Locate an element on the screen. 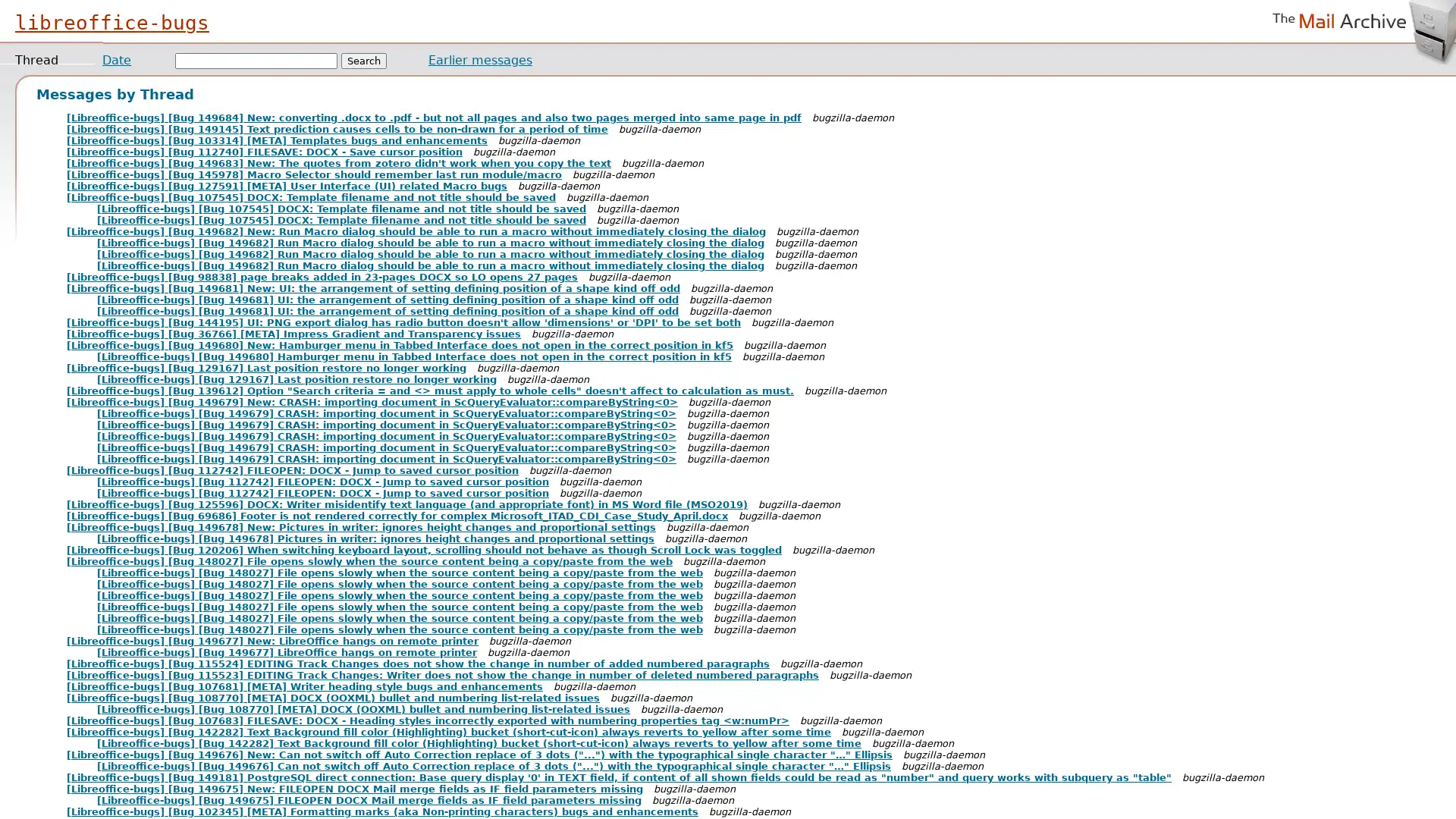 This screenshot has height=819, width=1456. Search is located at coordinates (364, 60).